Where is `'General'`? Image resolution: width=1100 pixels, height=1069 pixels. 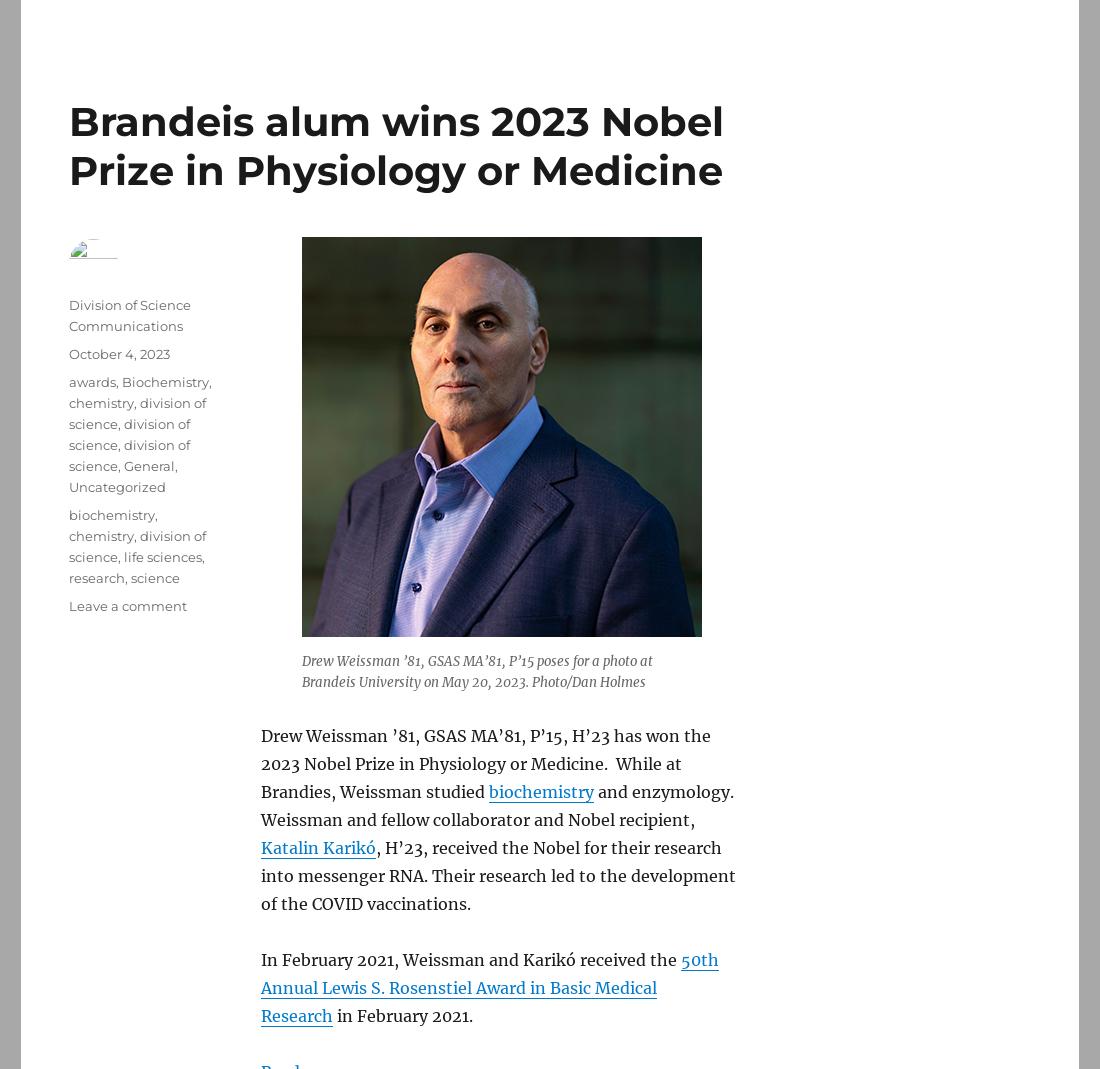
'General' is located at coordinates (148, 464).